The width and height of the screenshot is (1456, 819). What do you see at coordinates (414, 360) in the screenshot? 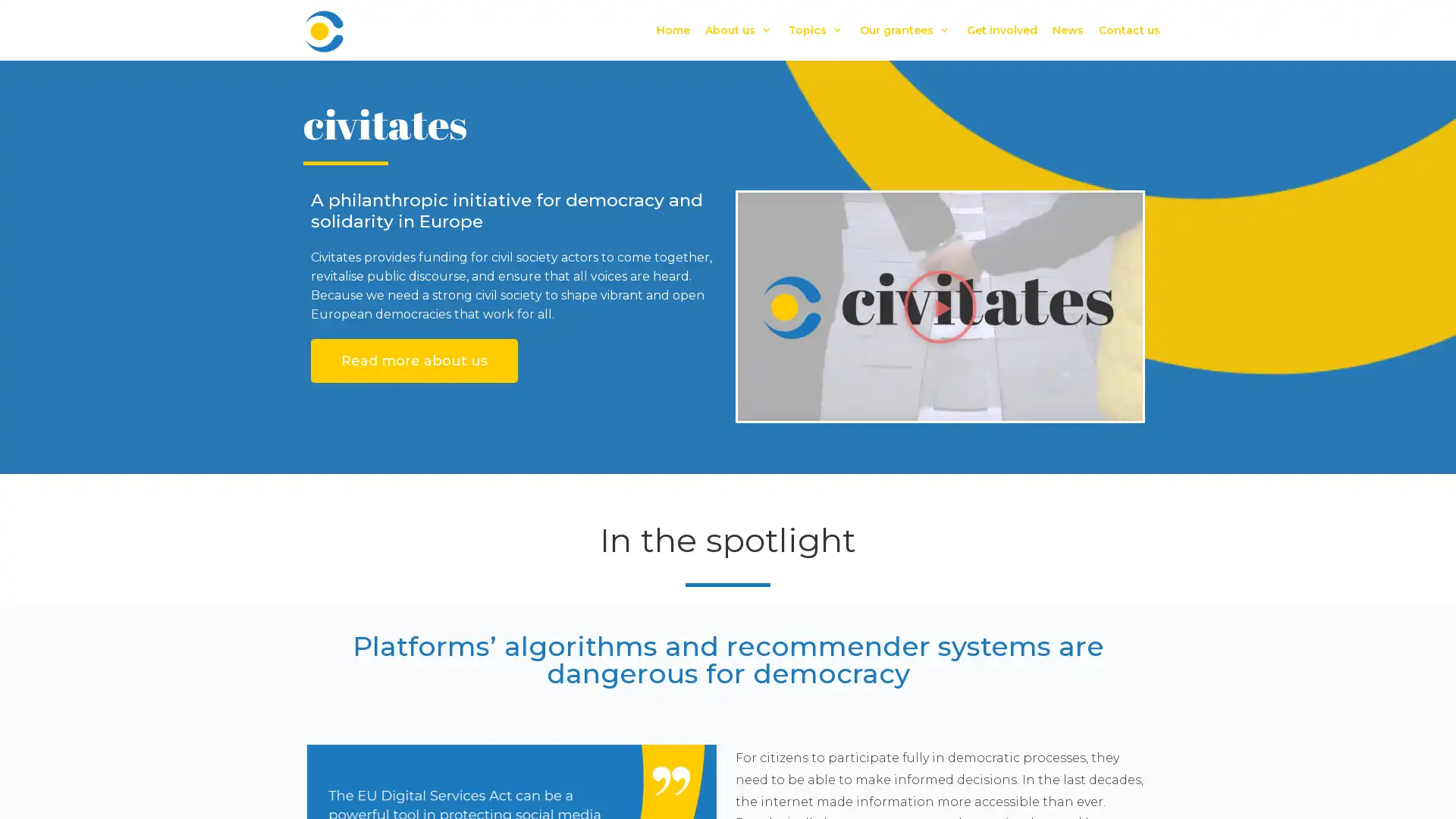
I see `Read more about us` at bounding box center [414, 360].